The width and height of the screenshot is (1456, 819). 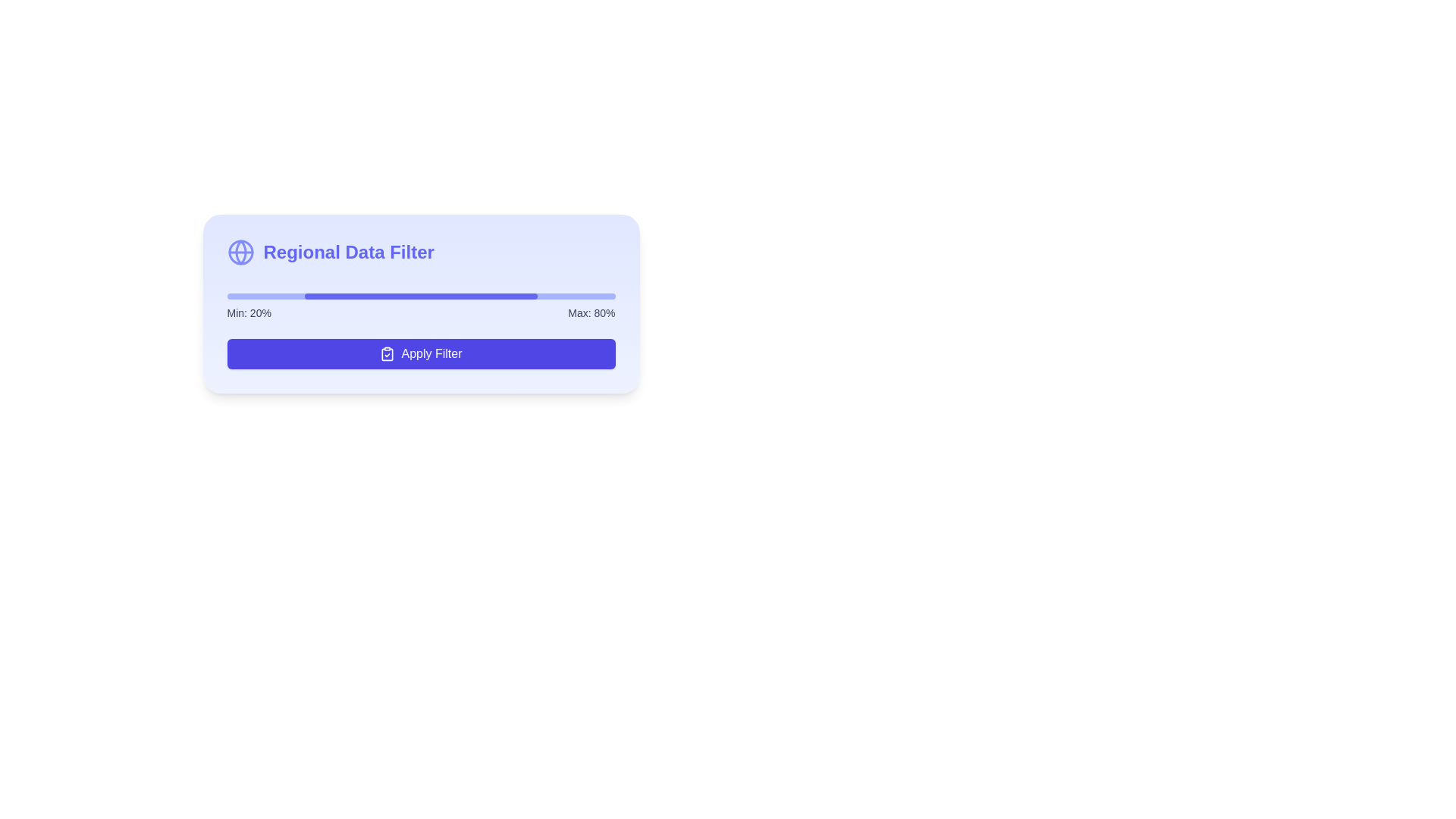 What do you see at coordinates (240, 251) in the screenshot?
I see `the circular element within the globe icon located to the left of 'Regional Data Filter' in the header section` at bounding box center [240, 251].